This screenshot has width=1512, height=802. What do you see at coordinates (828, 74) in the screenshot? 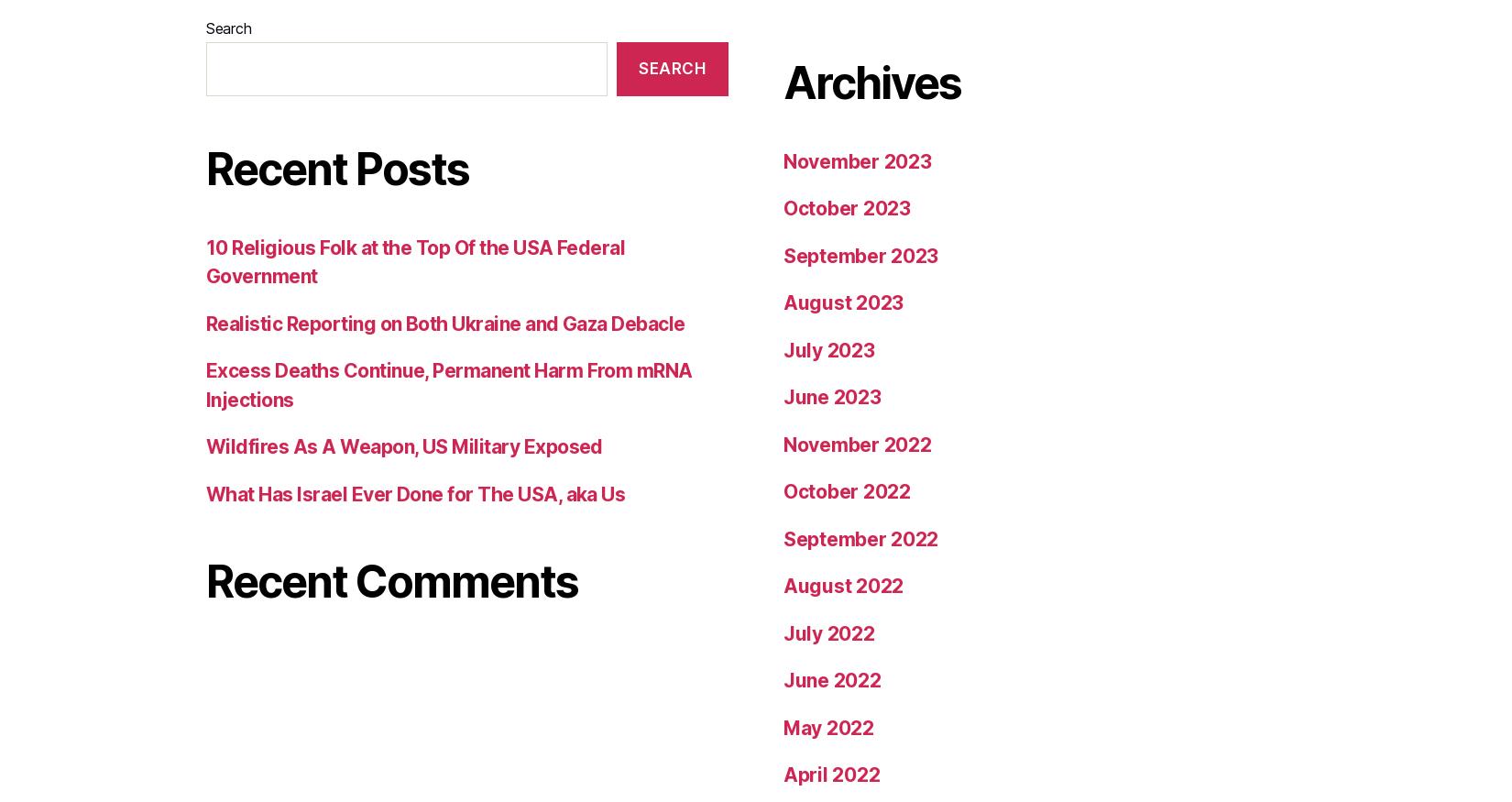
I see `'July 2022'` at bounding box center [828, 74].